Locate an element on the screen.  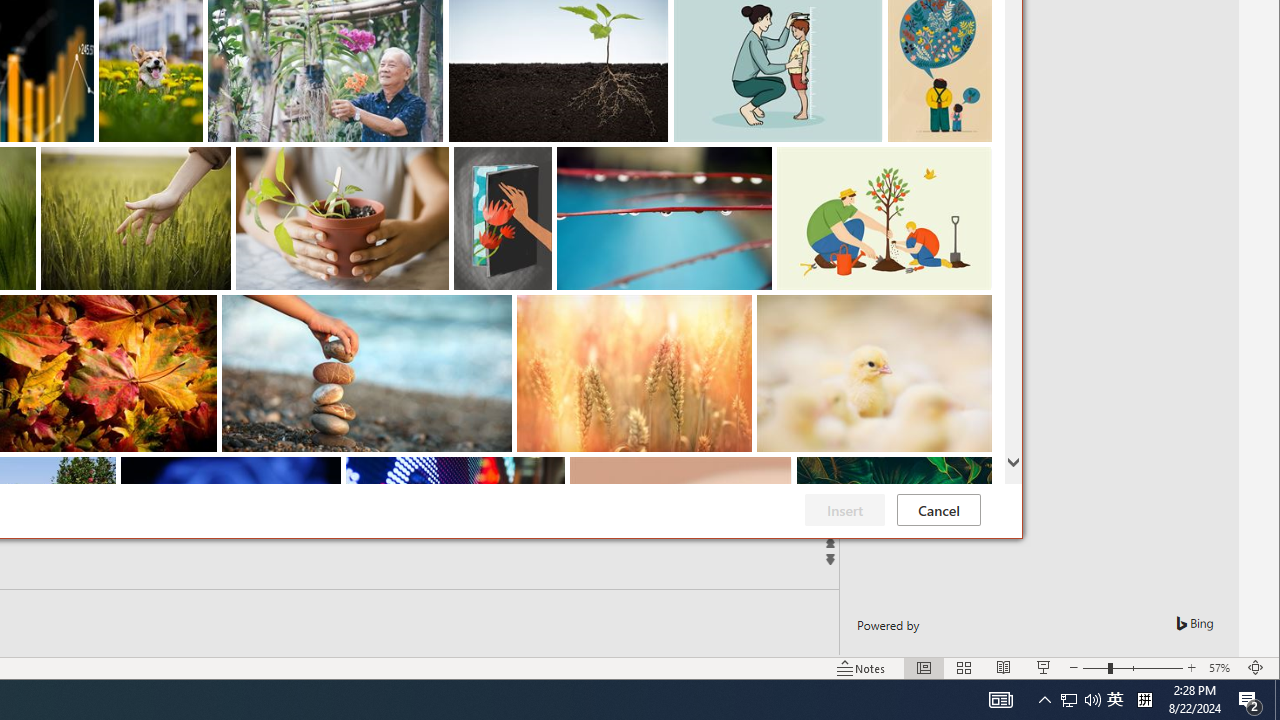
'Notes ' is located at coordinates (861, 668).